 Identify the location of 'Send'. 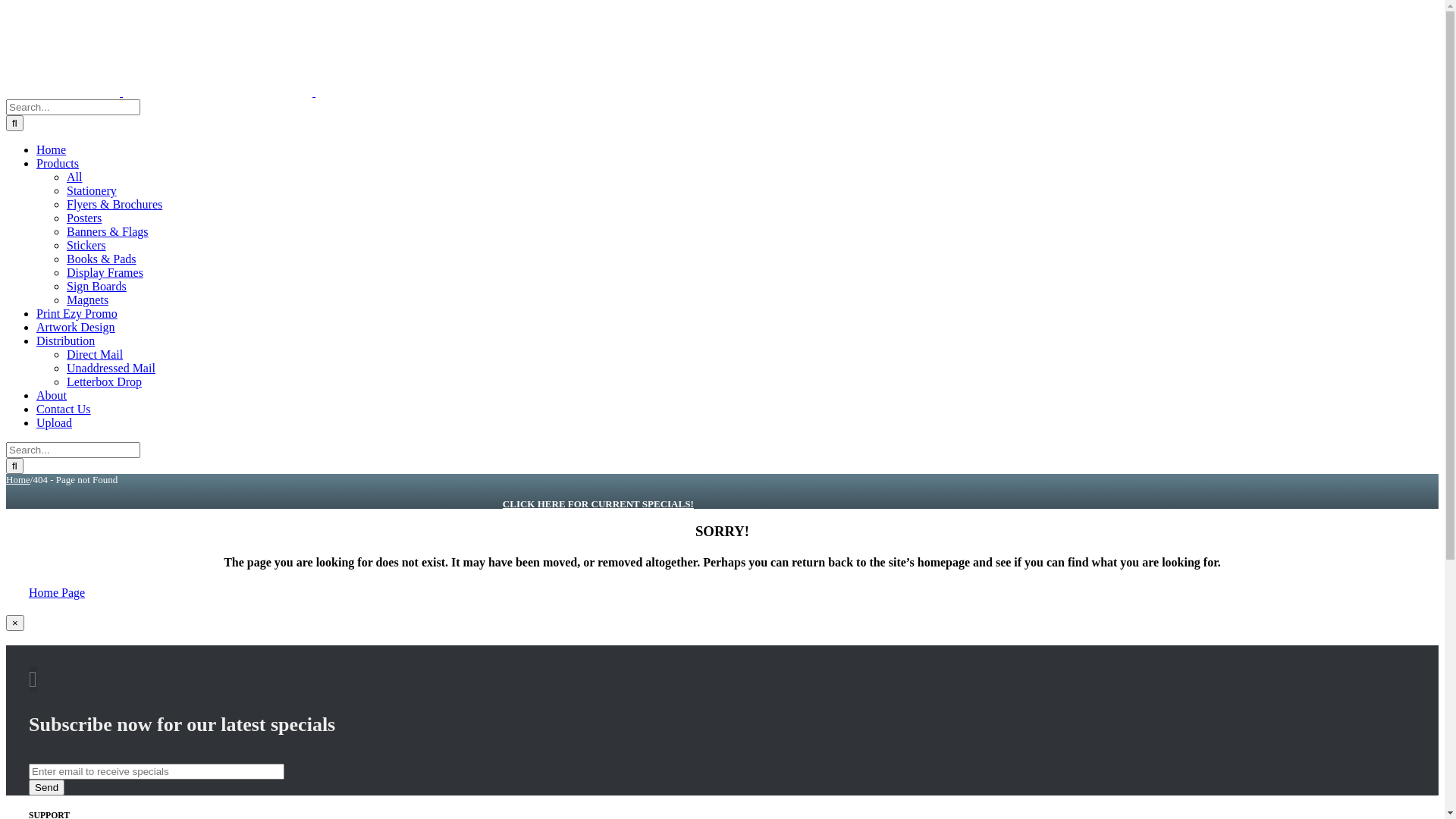
(46, 786).